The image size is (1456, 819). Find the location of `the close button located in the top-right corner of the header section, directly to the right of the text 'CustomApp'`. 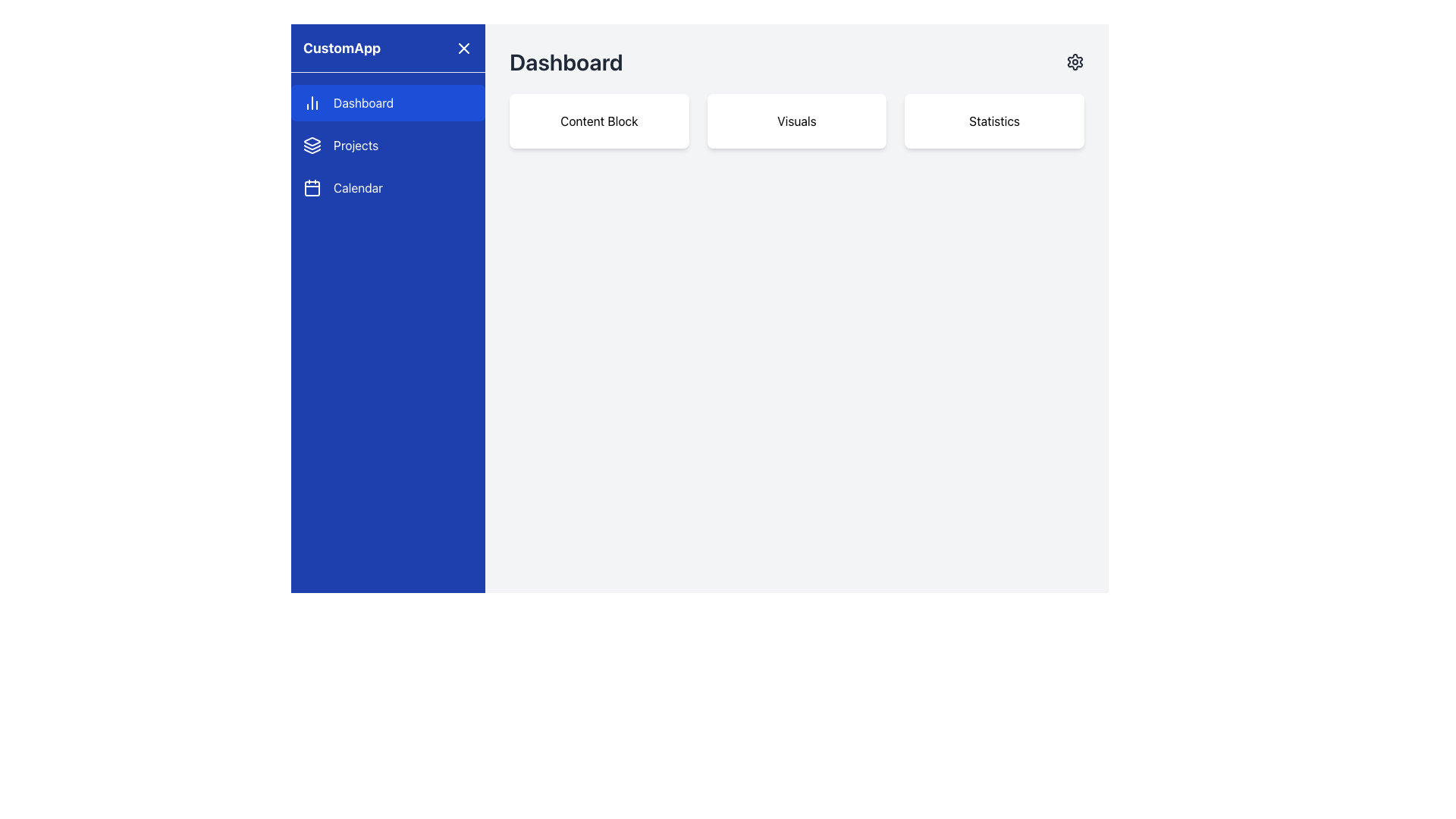

the close button located in the top-right corner of the header section, directly to the right of the text 'CustomApp' is located at coordinates (463, 47).